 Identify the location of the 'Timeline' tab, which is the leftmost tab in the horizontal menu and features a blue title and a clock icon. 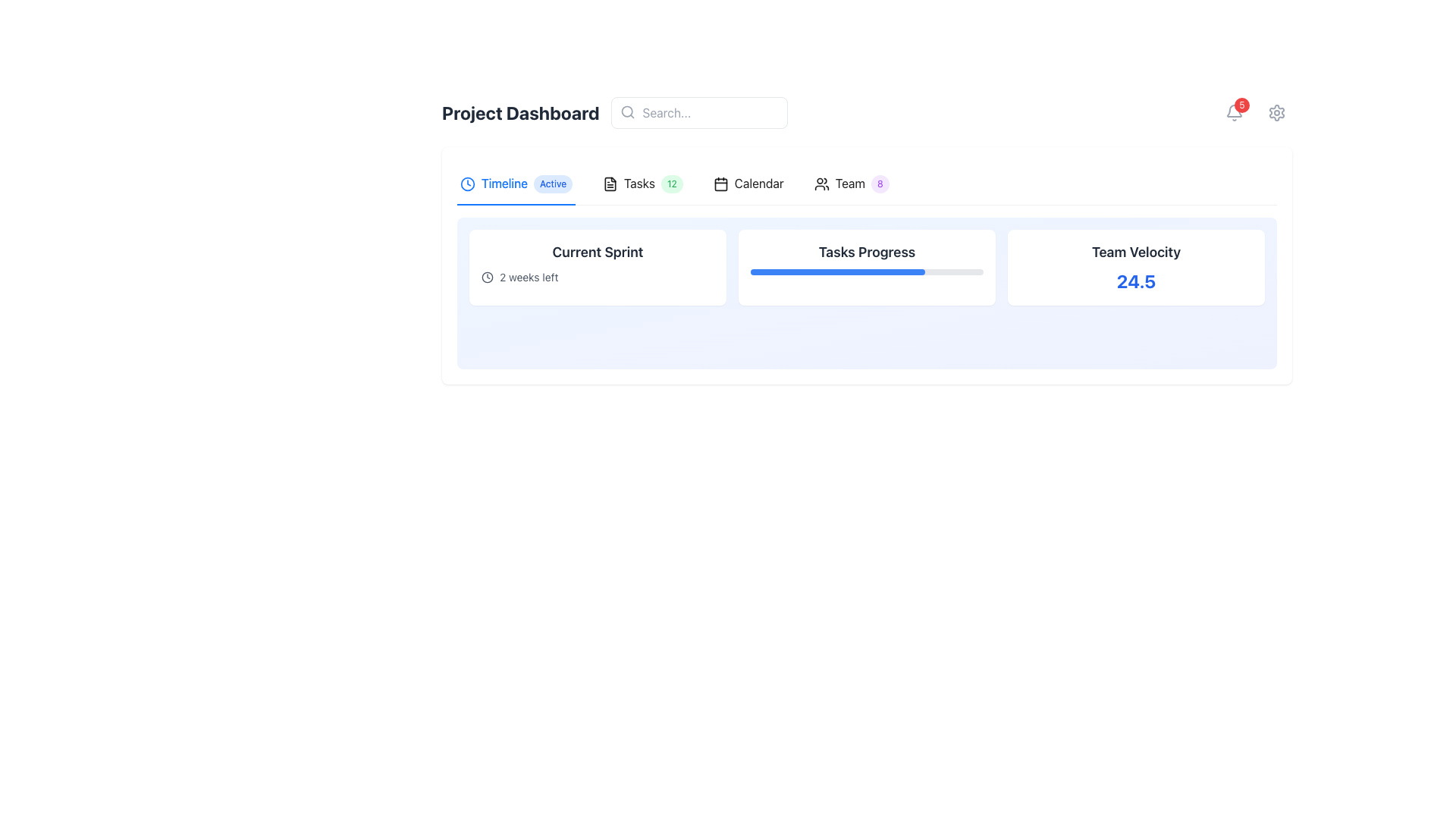
(516, 183).